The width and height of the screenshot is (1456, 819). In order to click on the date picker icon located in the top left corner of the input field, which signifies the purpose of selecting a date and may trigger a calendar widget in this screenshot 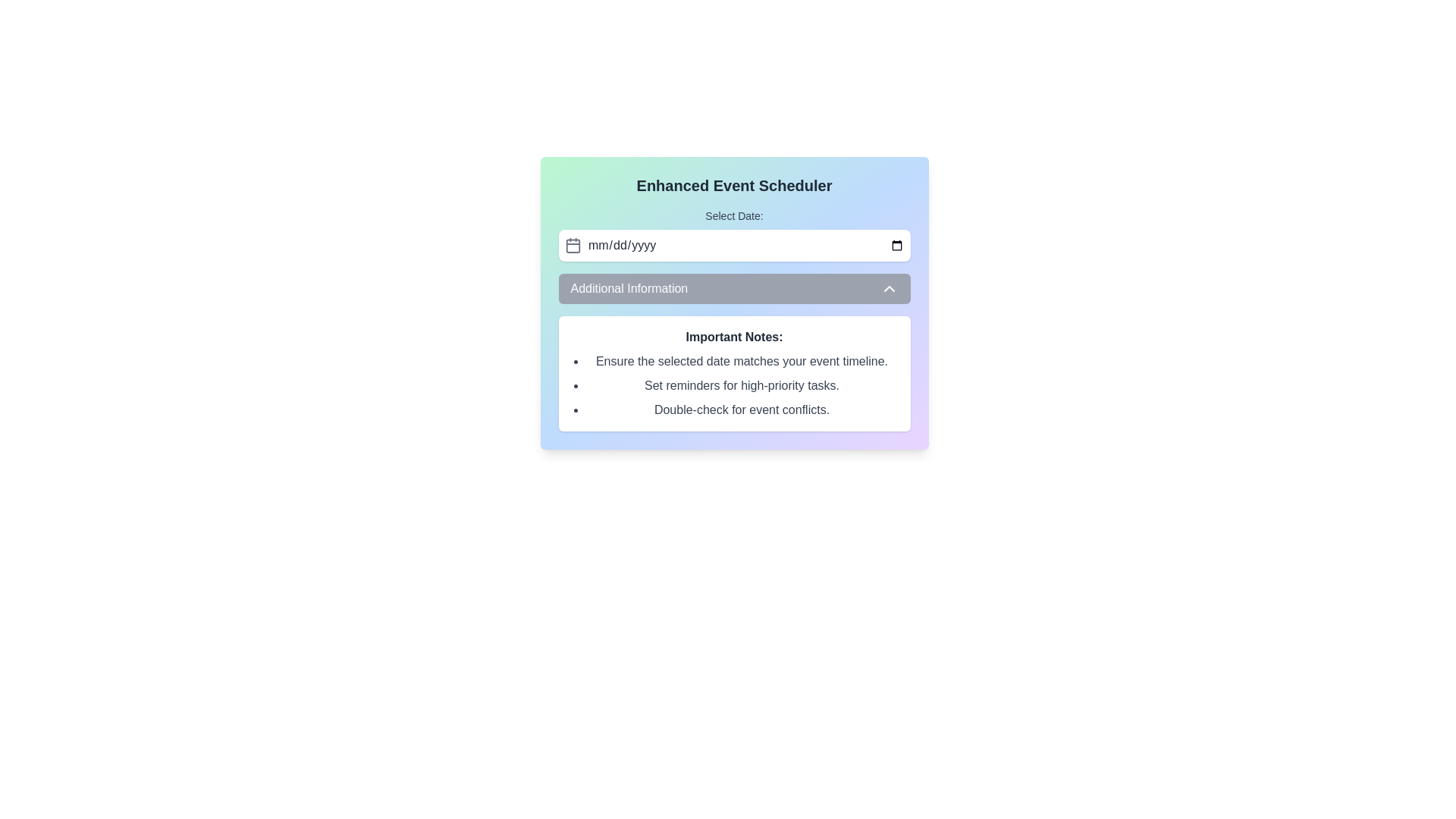, I will do `click(572, 245)`.